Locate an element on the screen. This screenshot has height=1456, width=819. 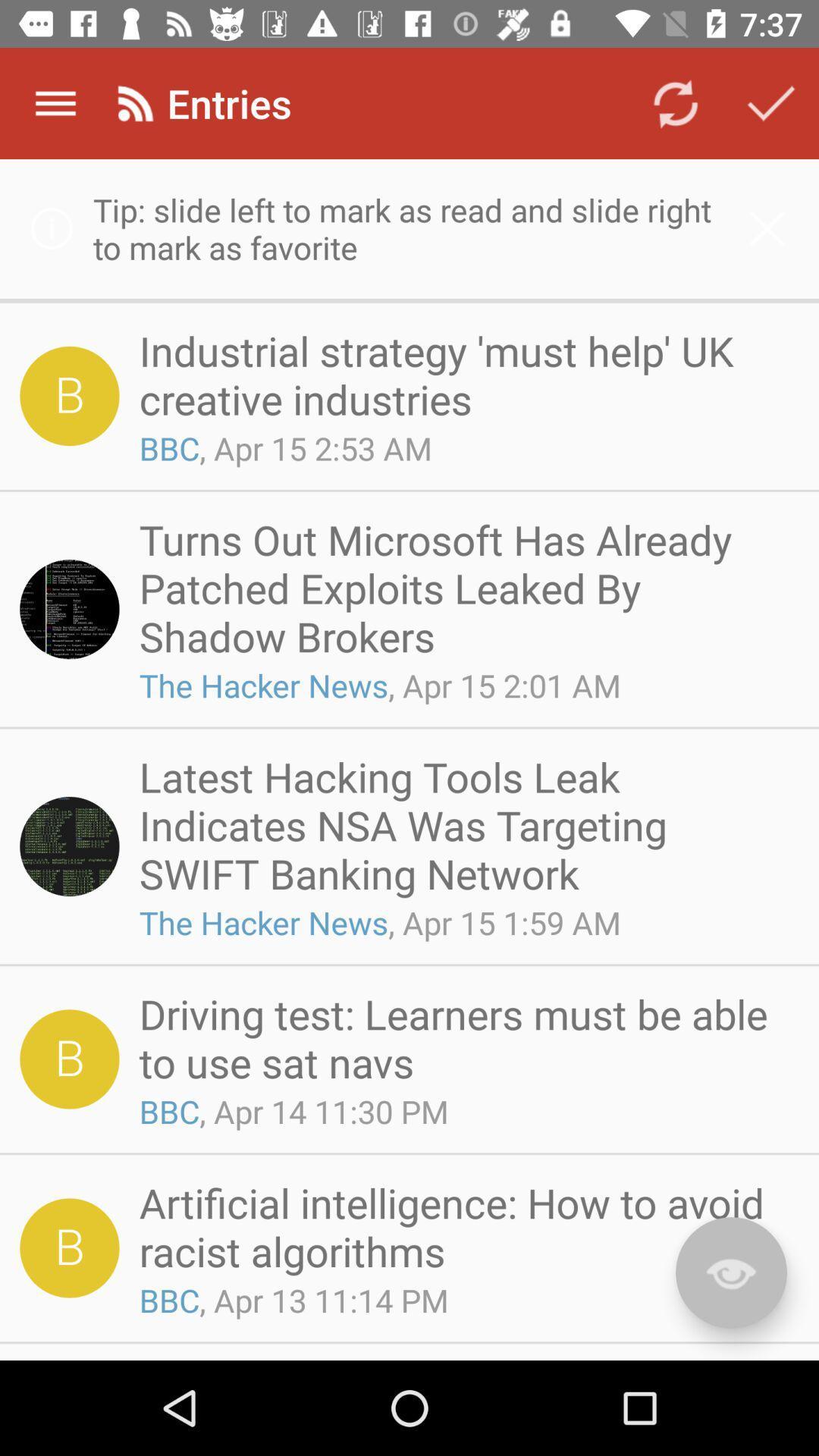
the latest hacking tools icon is located at coordinates (463, 824).